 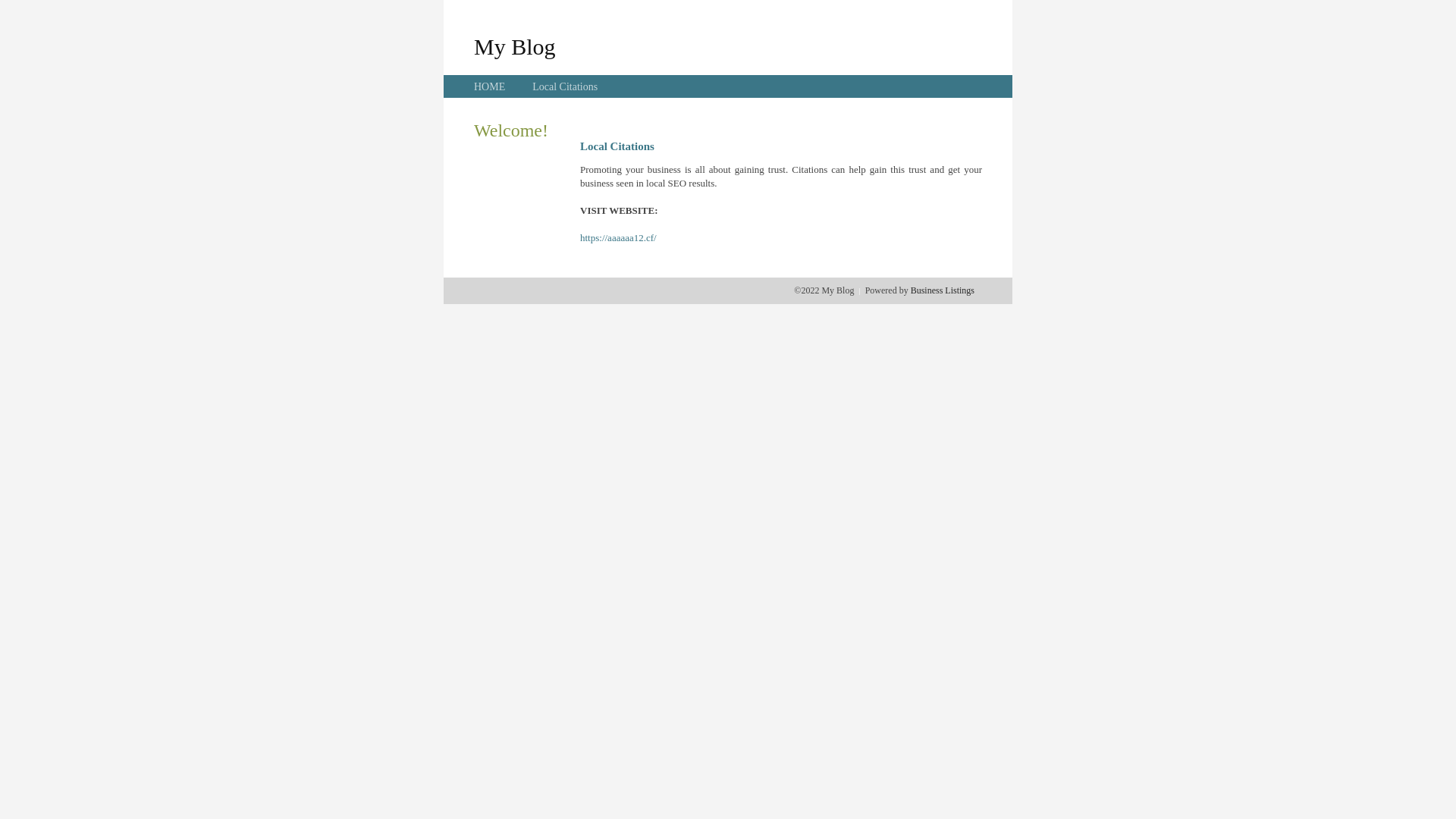 I want to click on 'Local Citations', so click(x=563, y=86).